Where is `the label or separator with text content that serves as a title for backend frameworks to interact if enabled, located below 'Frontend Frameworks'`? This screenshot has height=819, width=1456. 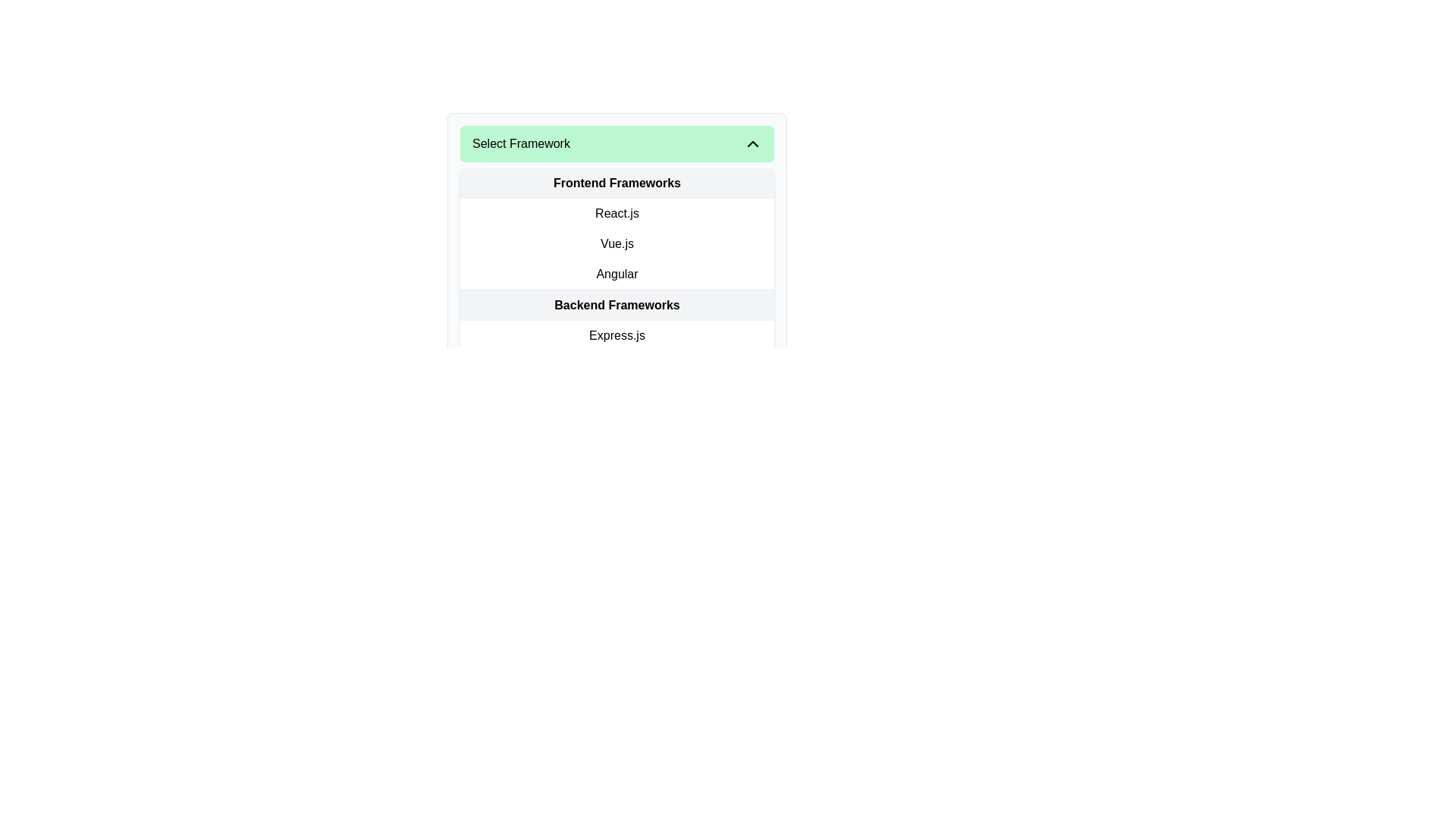
the label or separator with text content that serves as a title for backend frameworks to interact if enabled, located below 'Frontend Frameworks' is located at coordinates (617, 305).